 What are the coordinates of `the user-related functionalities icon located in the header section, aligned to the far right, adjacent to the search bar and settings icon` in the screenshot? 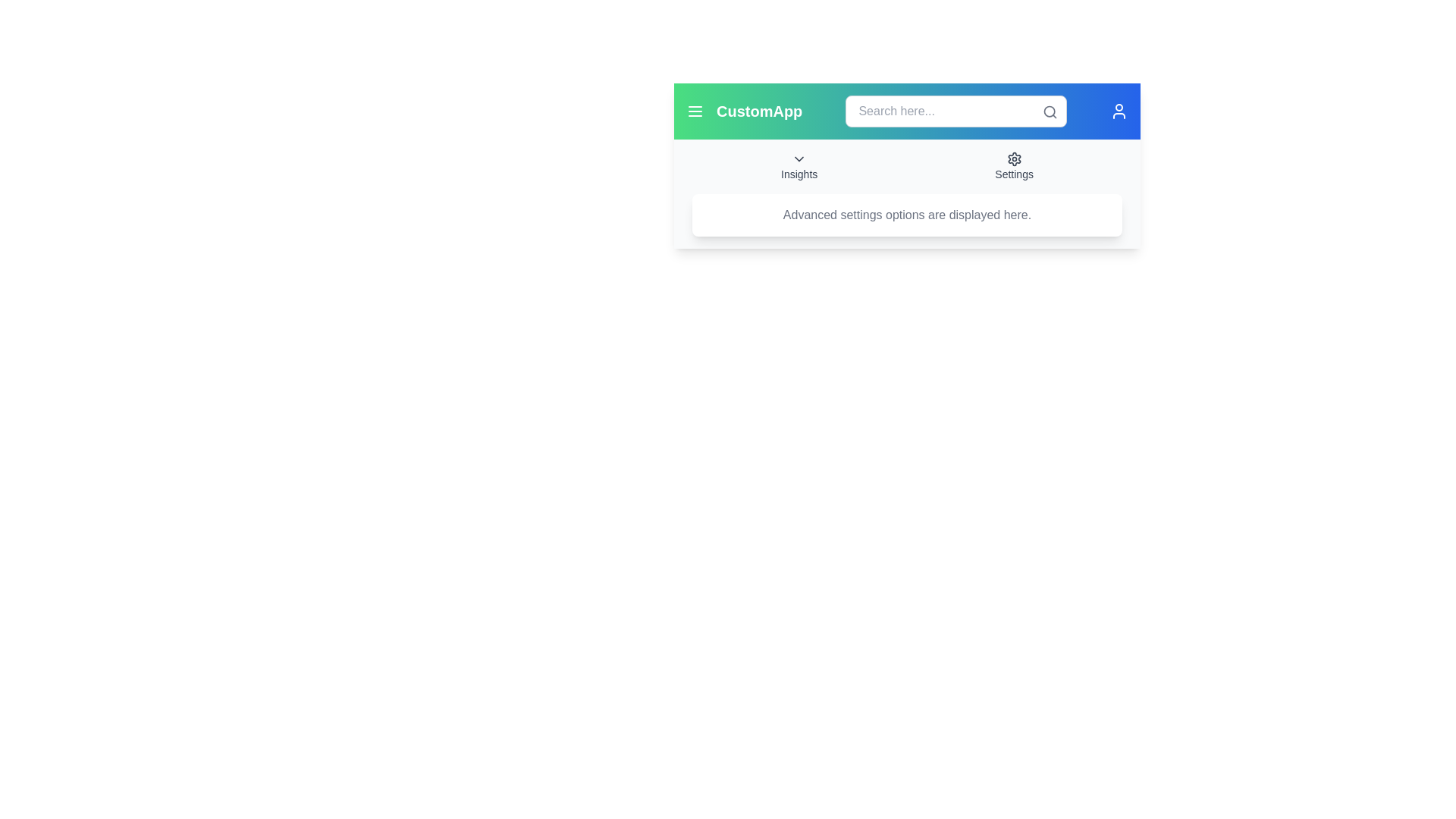 It's located at (1119, 110).